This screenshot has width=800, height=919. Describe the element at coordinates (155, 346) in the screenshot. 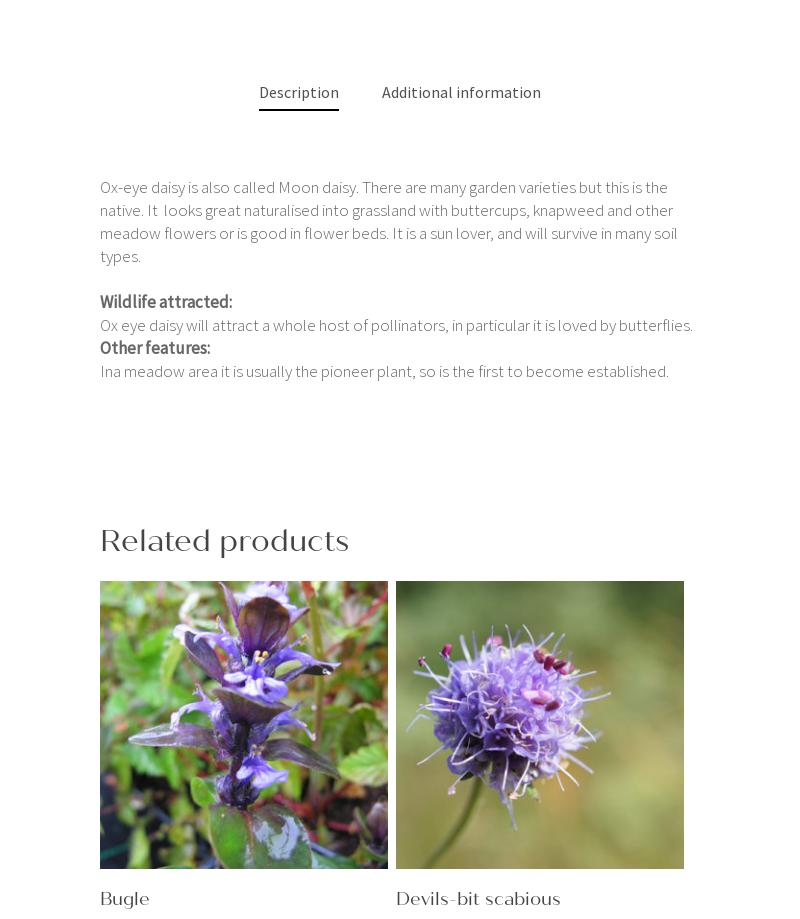

I see `'Other features:'` at that location.